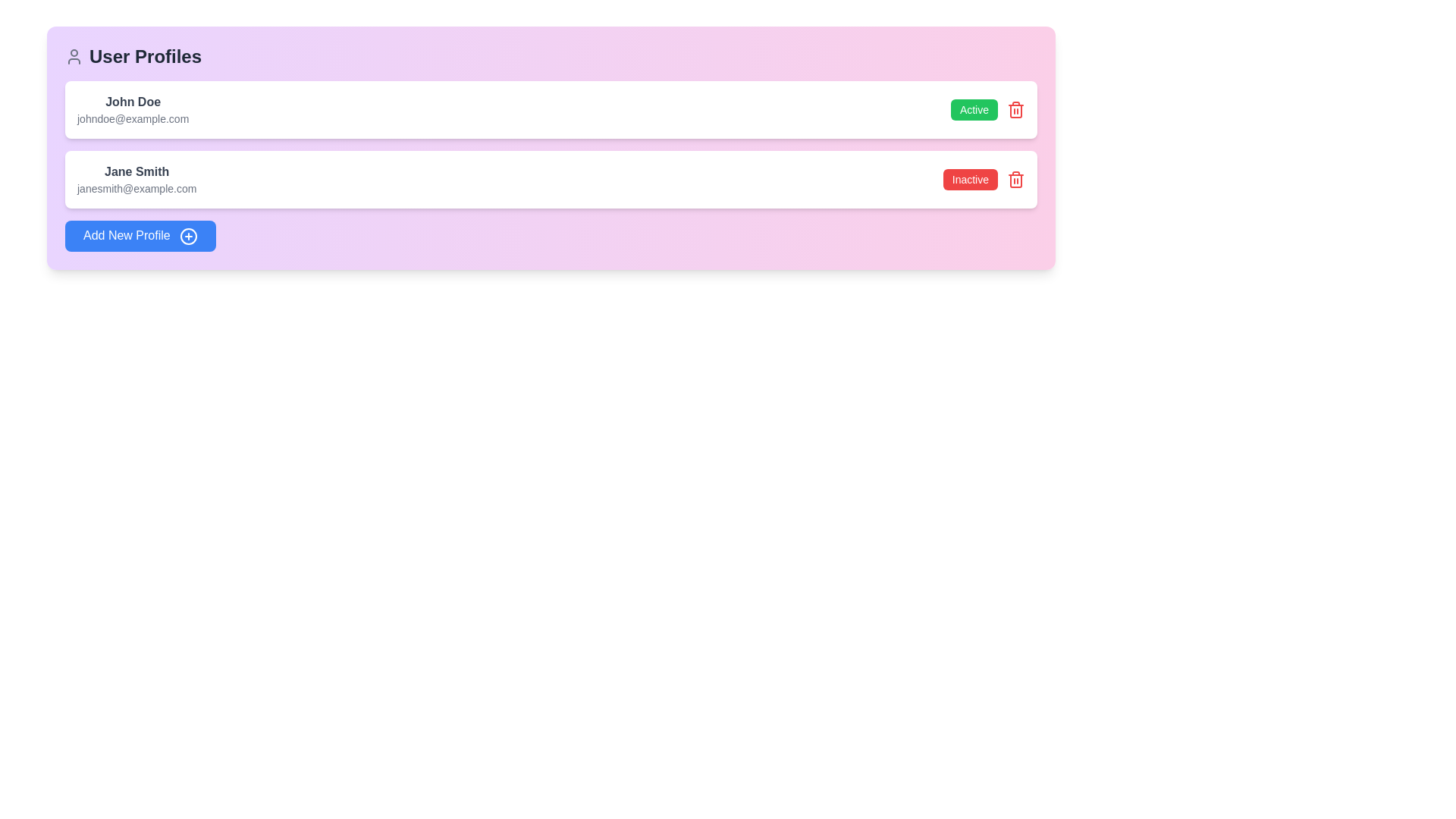 The height and width of the screenshot is (819, 1456). Describe the element at coordinates (1015, 178) in the screenshot. I see `the red trash bin icon located to the right of the 'Inactive' label for potential additional visual feedback` at that location.